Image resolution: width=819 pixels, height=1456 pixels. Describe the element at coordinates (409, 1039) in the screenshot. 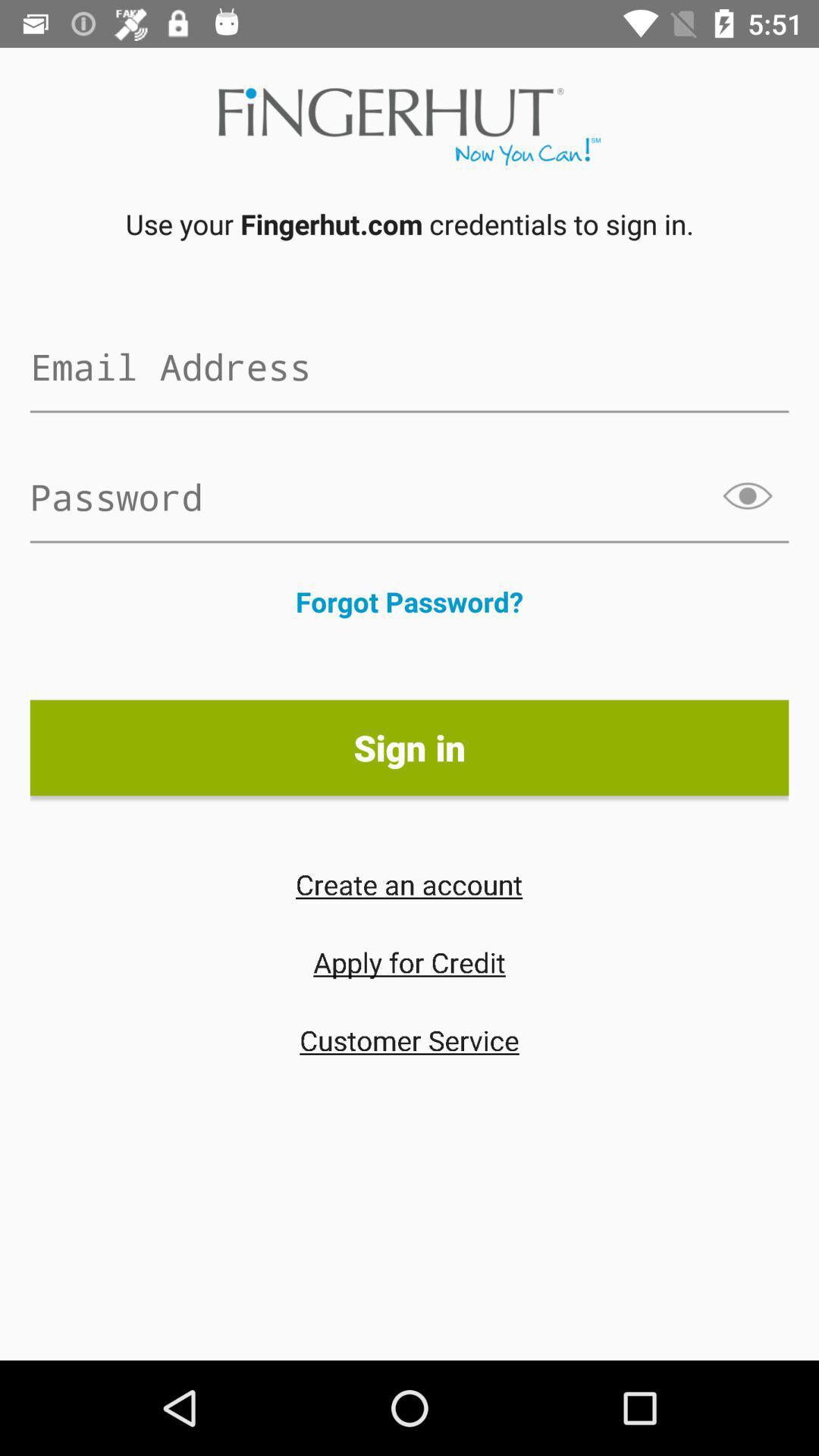

I see `the customer service icon` at that location.